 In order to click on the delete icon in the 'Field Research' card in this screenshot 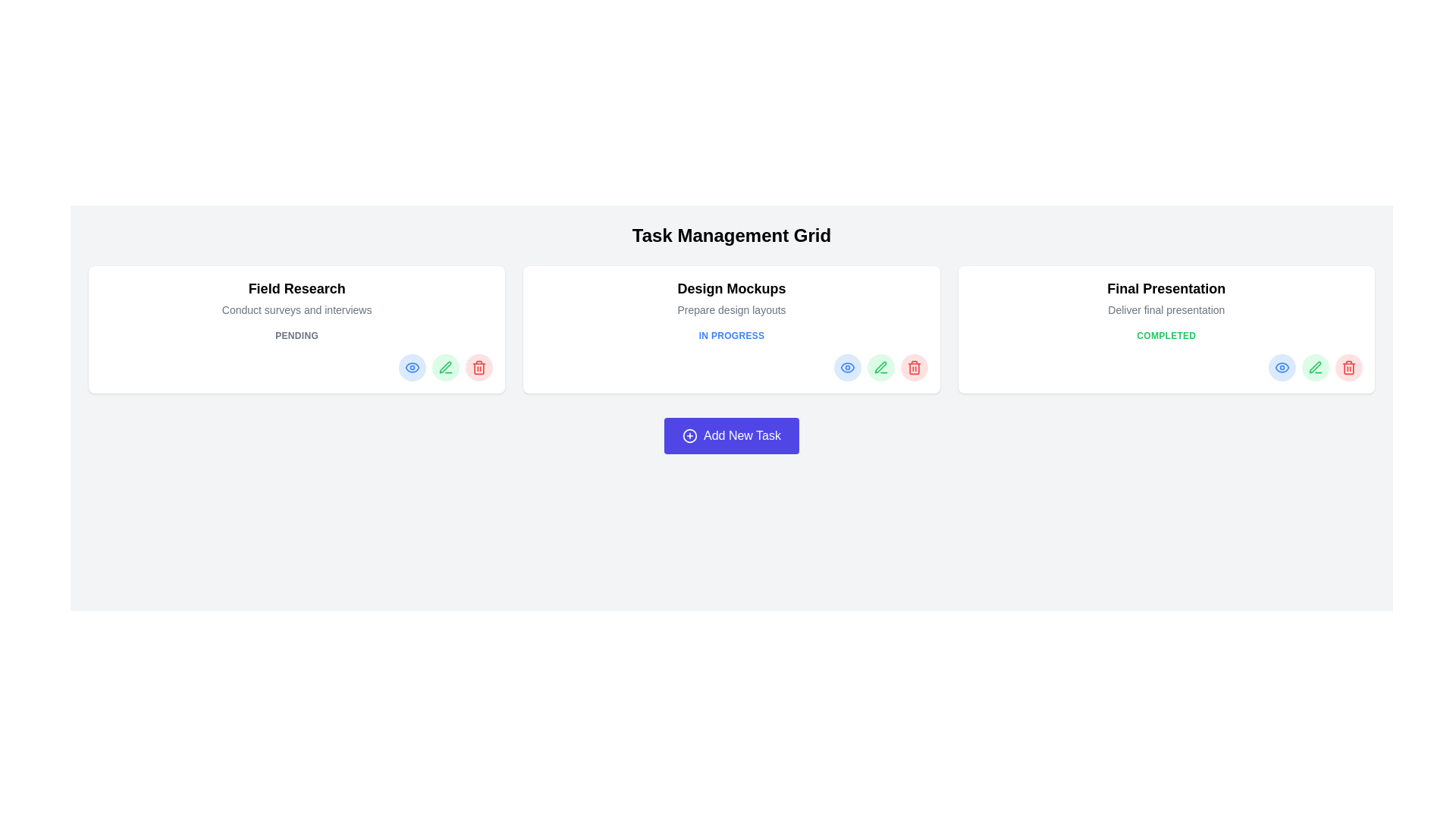, I will do `click(479, 369)`.